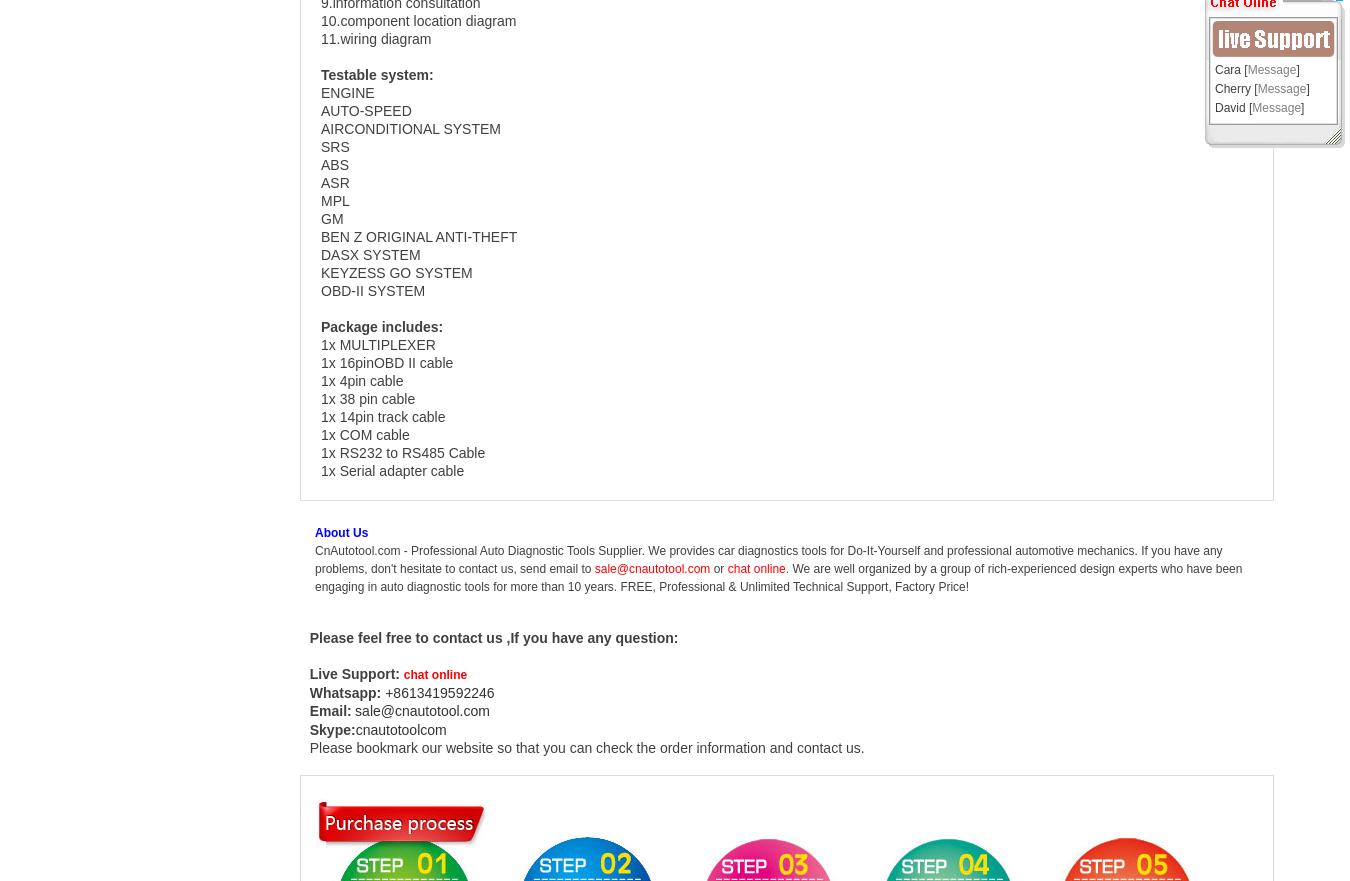 This screenshot has width=1350, height=881. Describe the element at coordinates (333, 182) in the screenshot. I see `'ASR'` at that location.